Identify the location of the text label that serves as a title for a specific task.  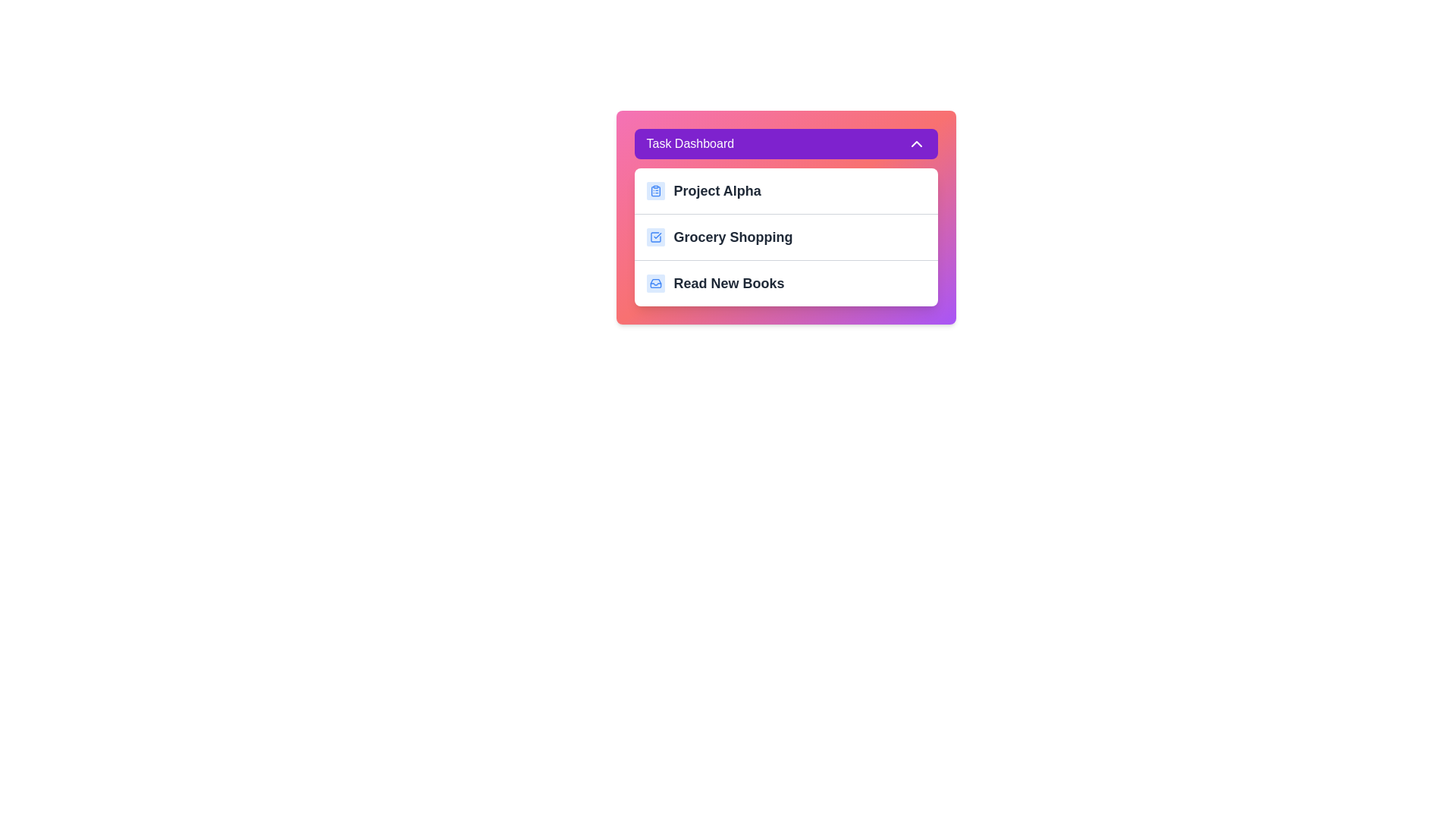
(717, 190).